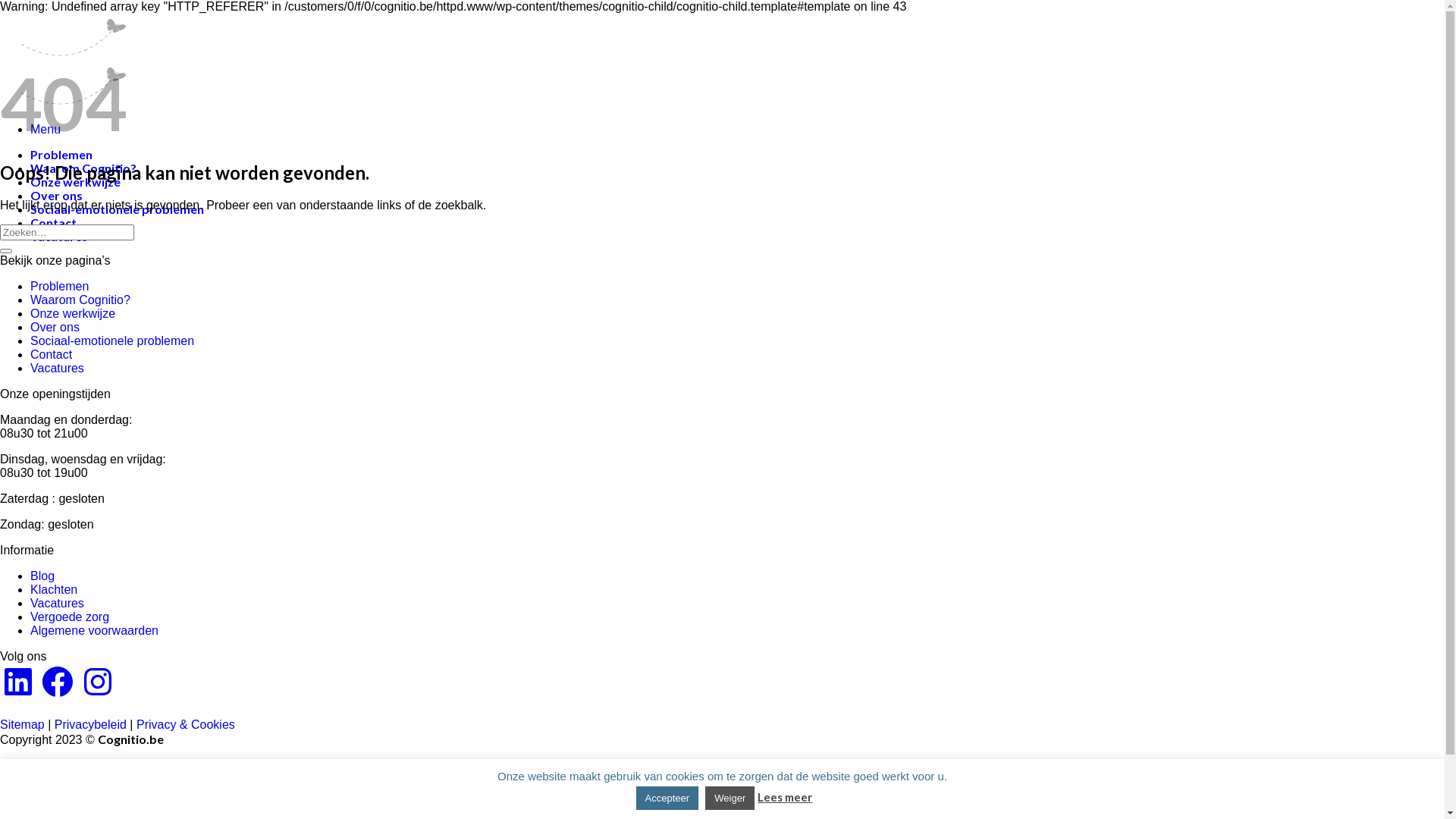 Image resolution: width=1456 pixels, height=819 pixels. I want to click on 'Vacatures', so click(57, 368).